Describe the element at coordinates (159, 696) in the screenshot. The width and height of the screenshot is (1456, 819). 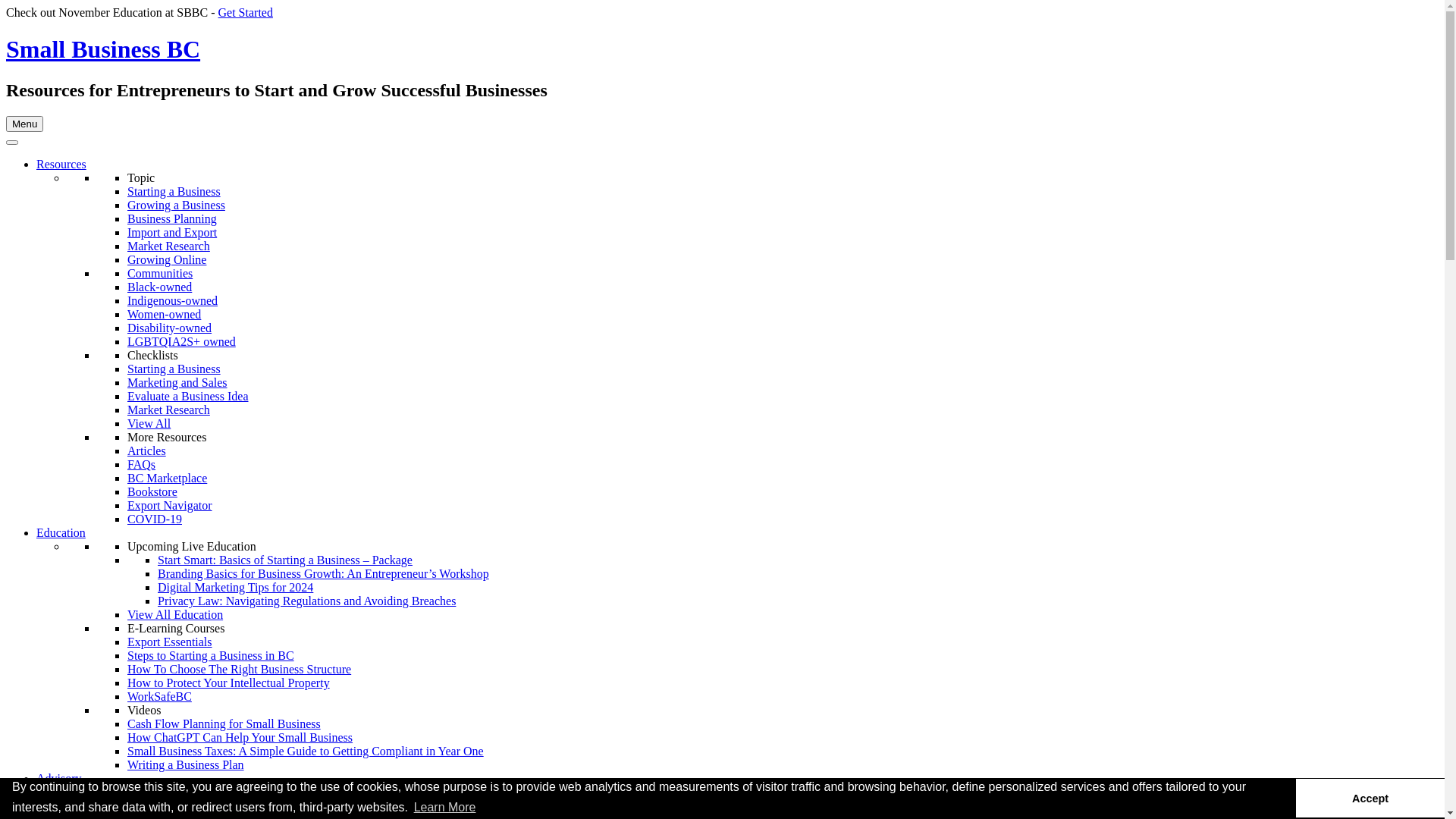
I see `'WorkSafeBC'` at that location.